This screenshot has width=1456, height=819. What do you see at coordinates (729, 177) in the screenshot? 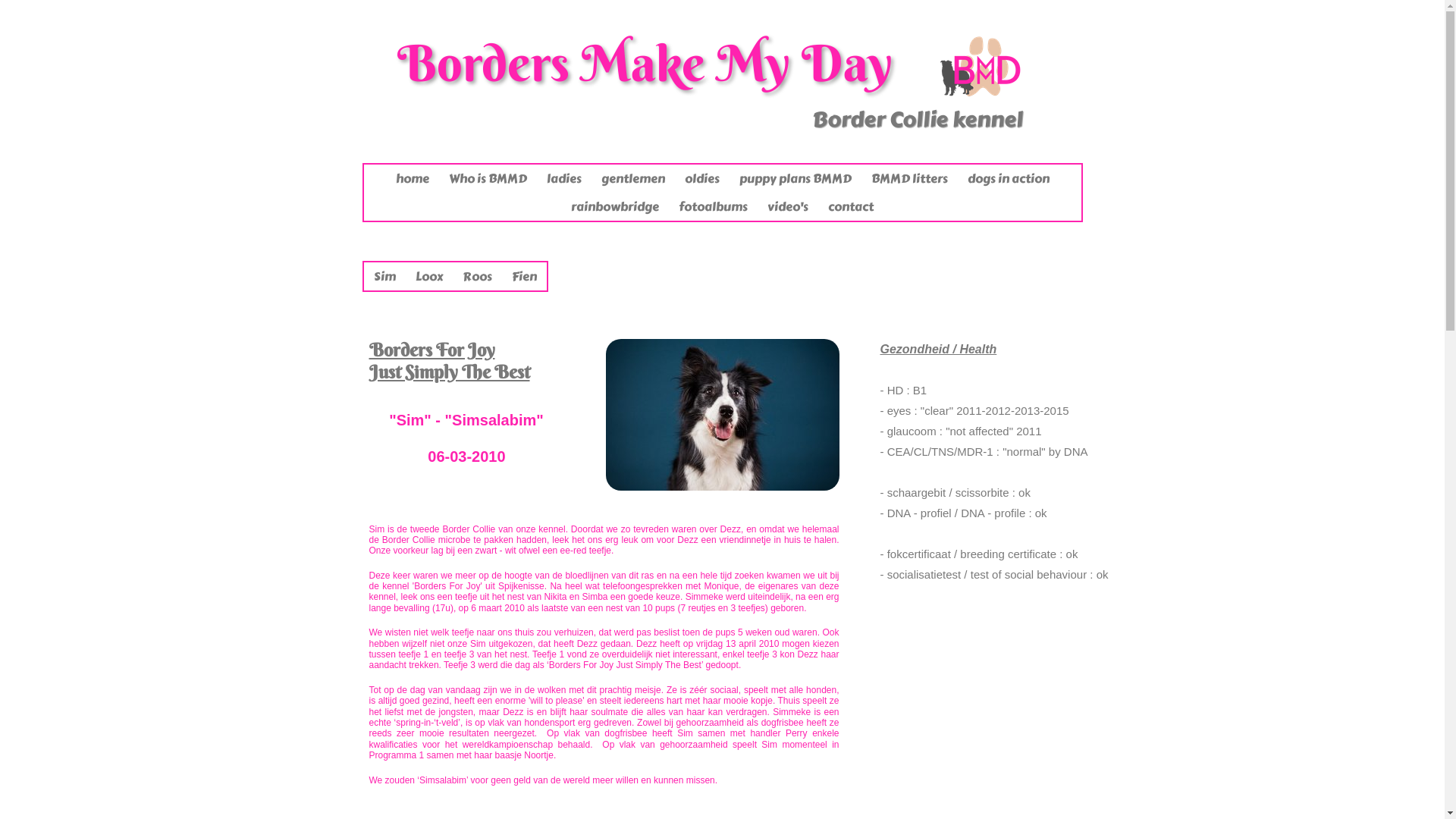
I see `'puppy plans BMMD'` at bounding box center [729, 177].